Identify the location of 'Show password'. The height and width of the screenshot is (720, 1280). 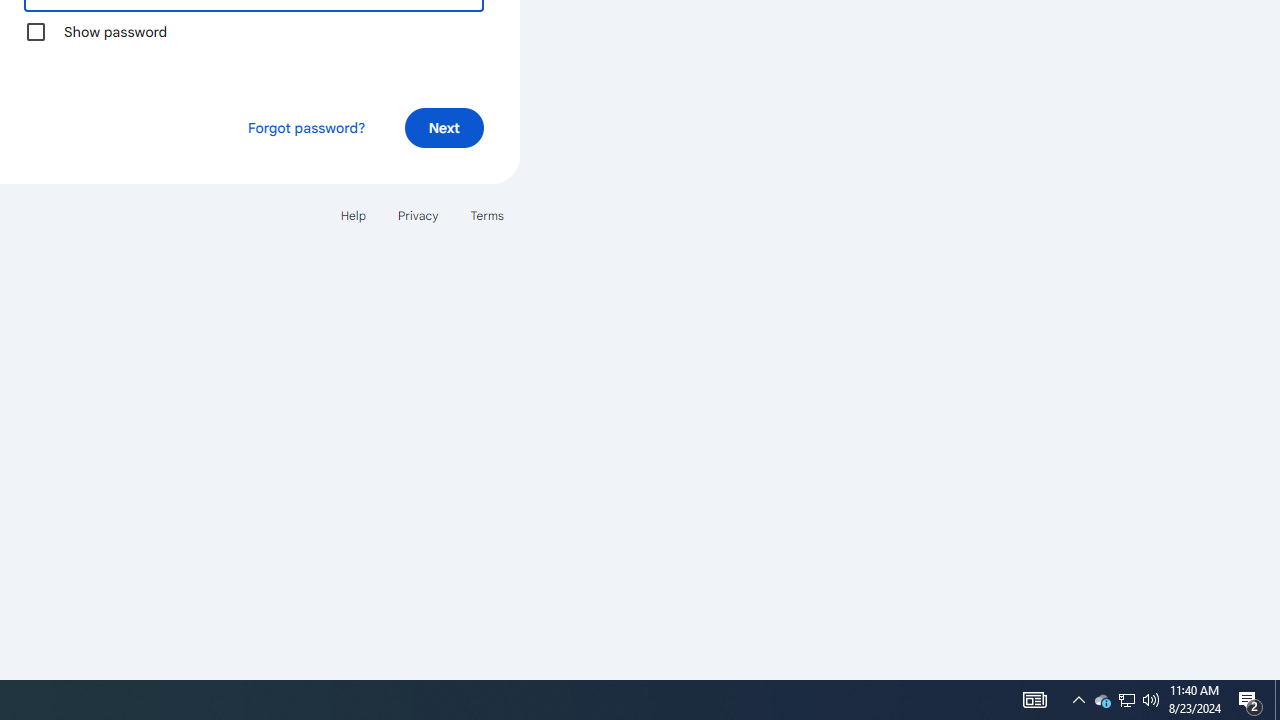
(35, 31).